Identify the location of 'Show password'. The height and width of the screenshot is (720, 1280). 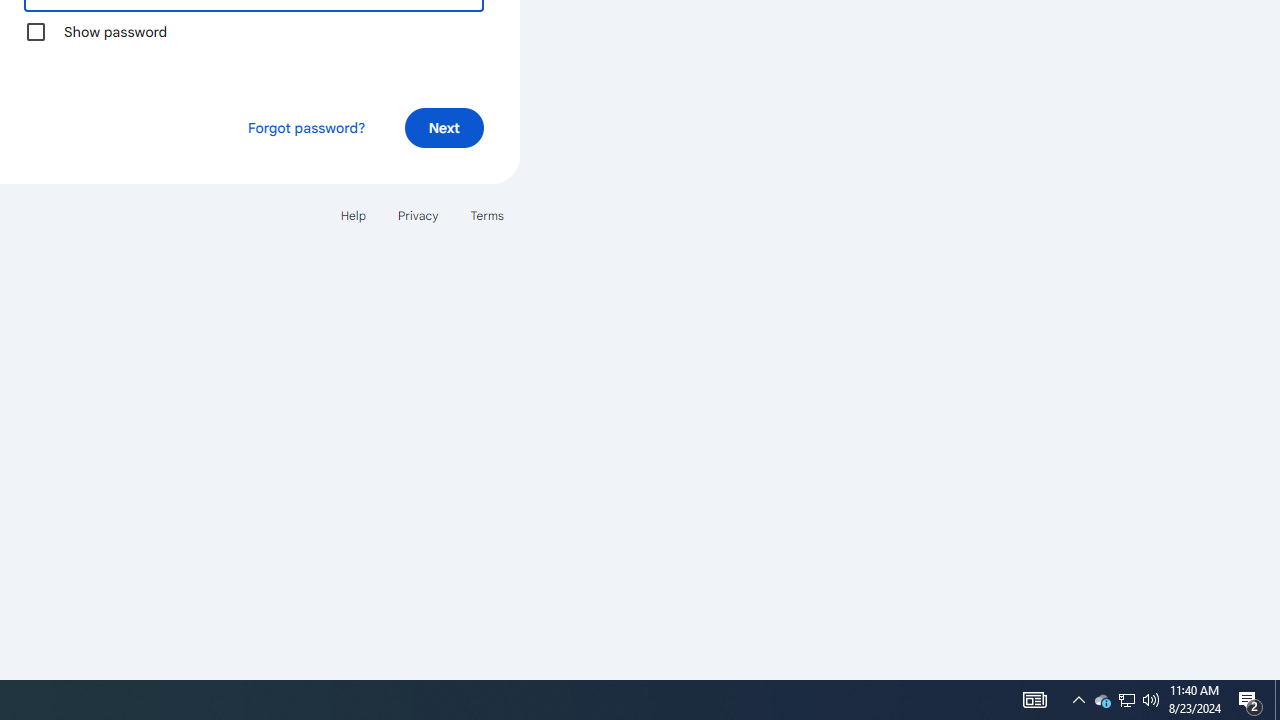
(35, 31).